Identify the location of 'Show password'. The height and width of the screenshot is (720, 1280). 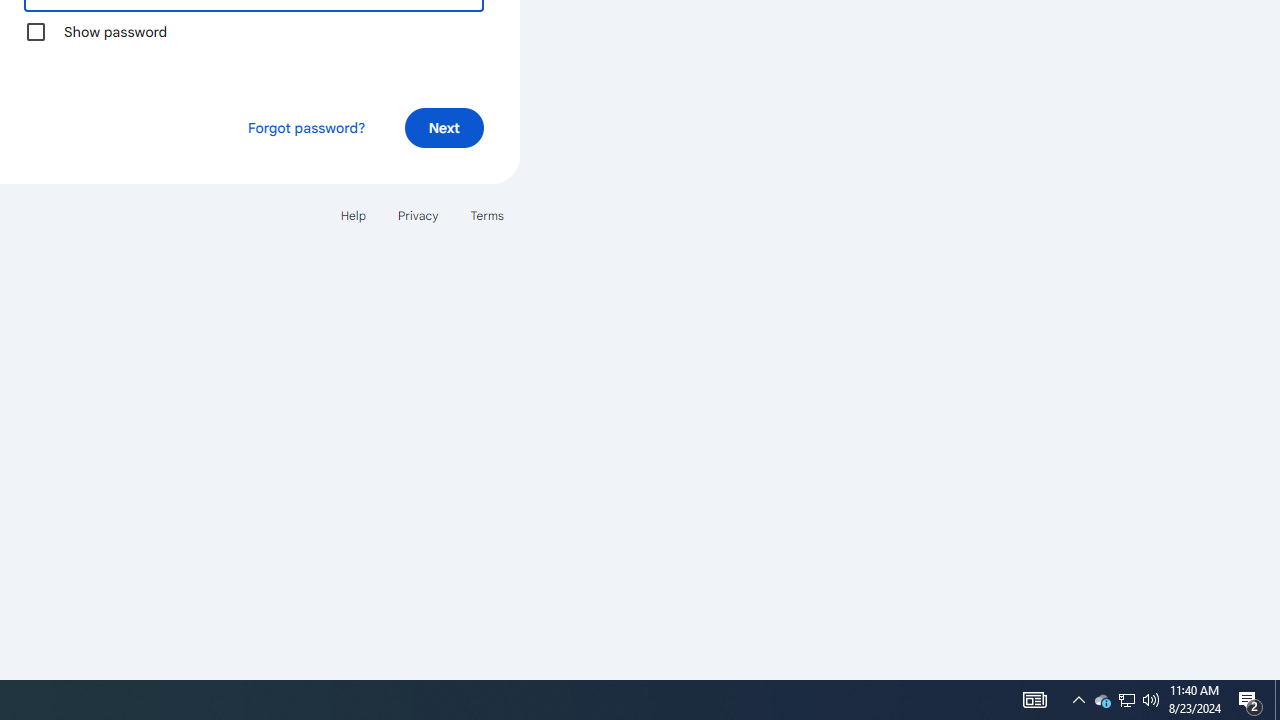
(35, 31).